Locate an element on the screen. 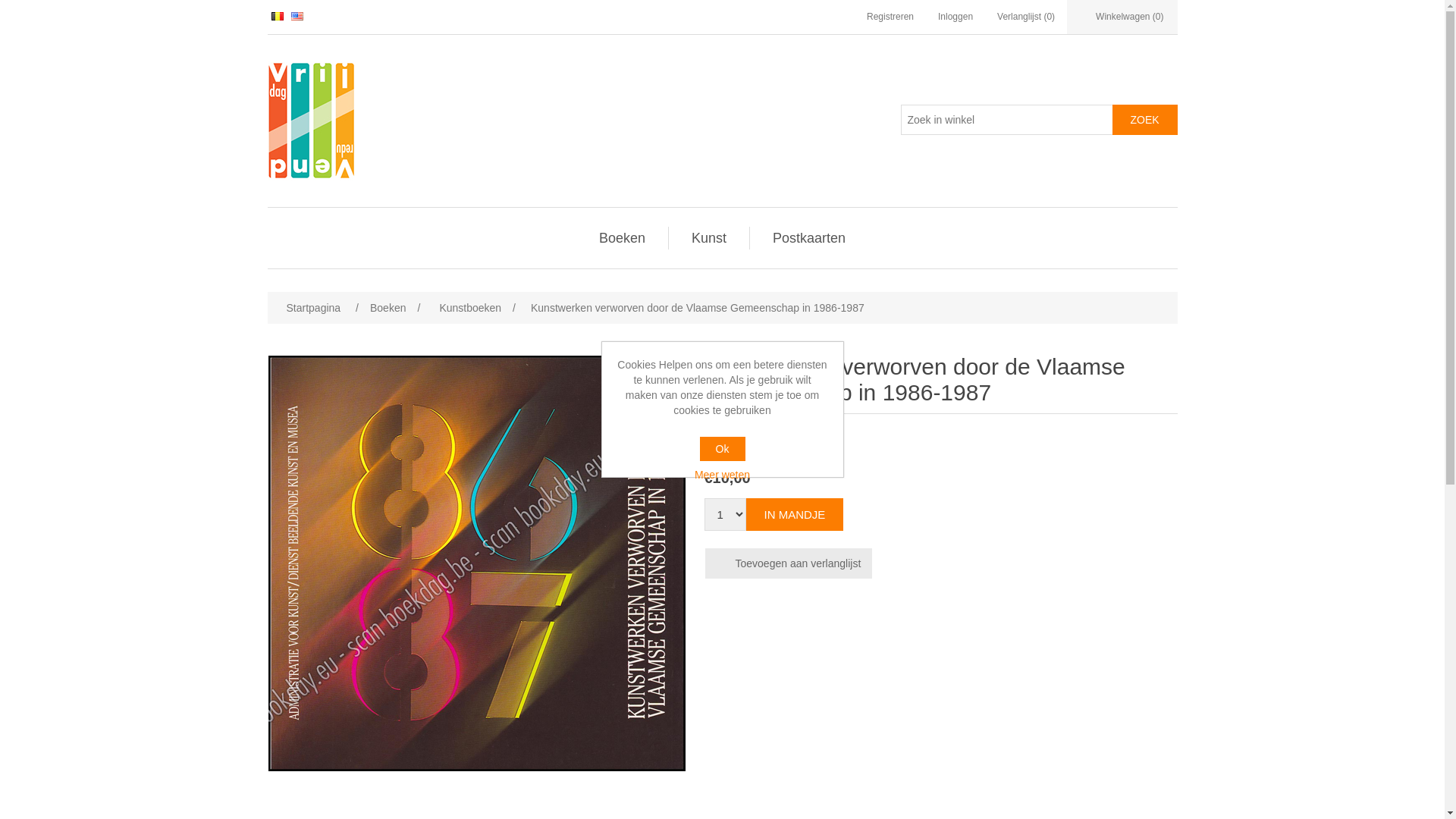  'In mandje' is located at coordinates (794, 513).